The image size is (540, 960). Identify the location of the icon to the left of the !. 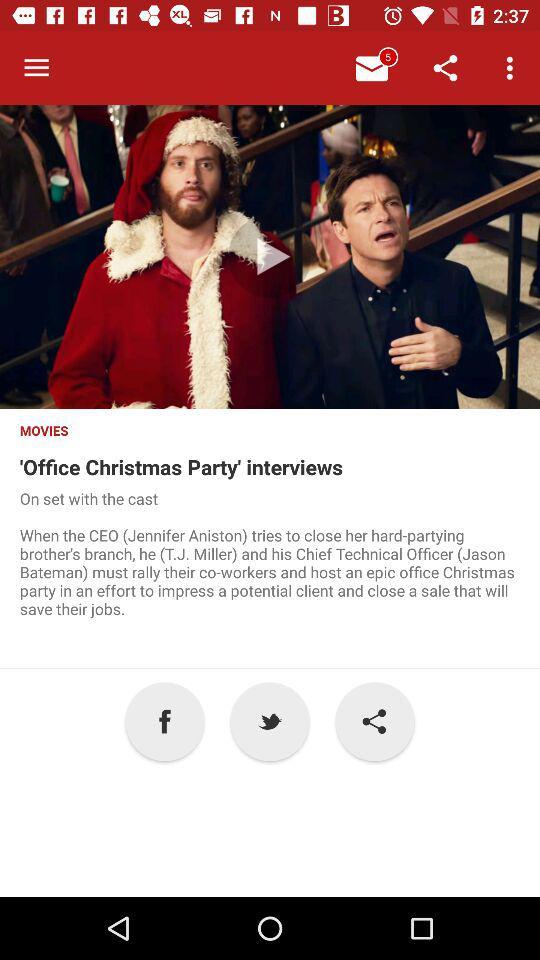
(270, 720).